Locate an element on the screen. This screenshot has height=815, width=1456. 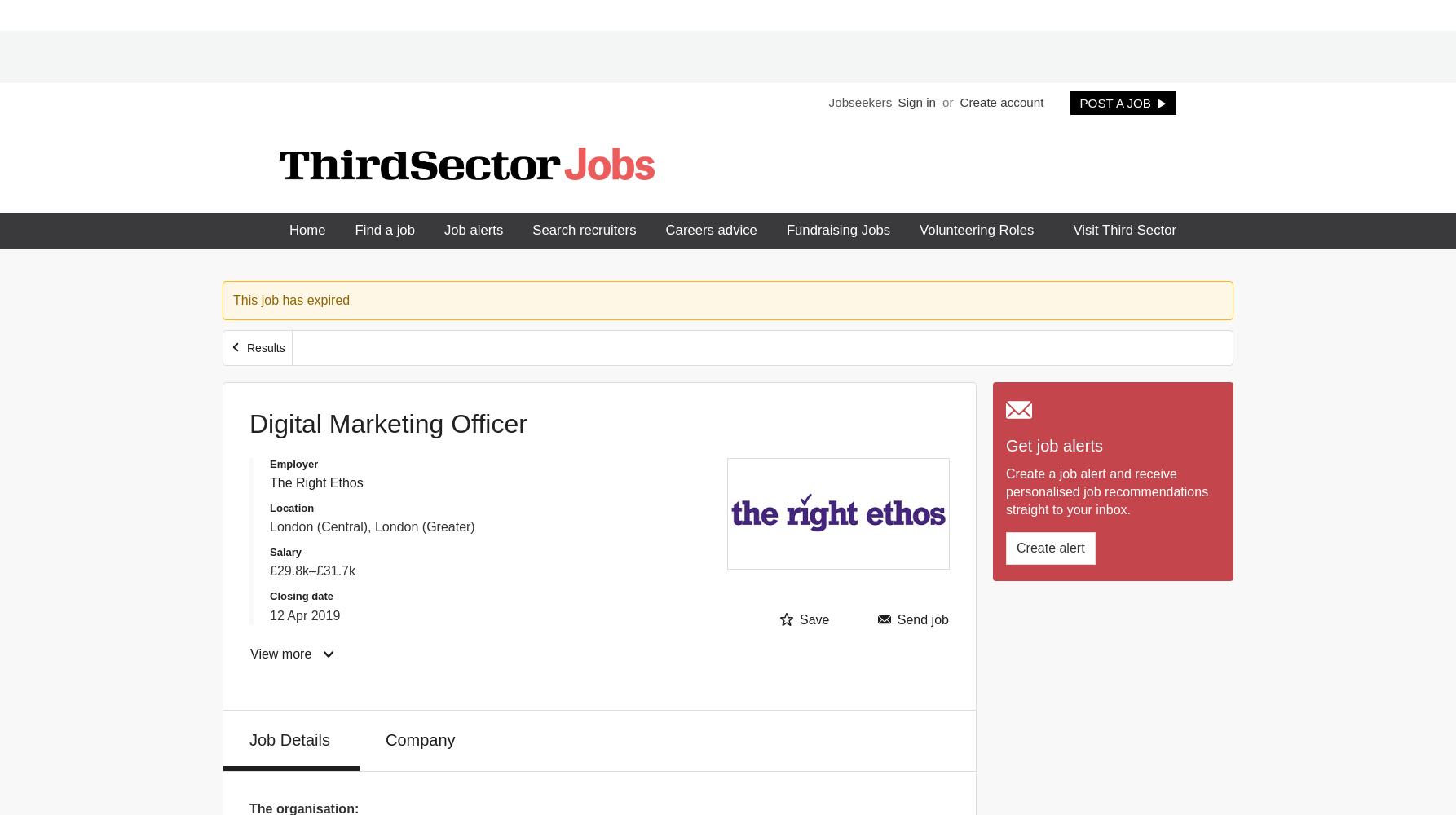
'12 Apr 2019' is located at coordinates (304, 615).